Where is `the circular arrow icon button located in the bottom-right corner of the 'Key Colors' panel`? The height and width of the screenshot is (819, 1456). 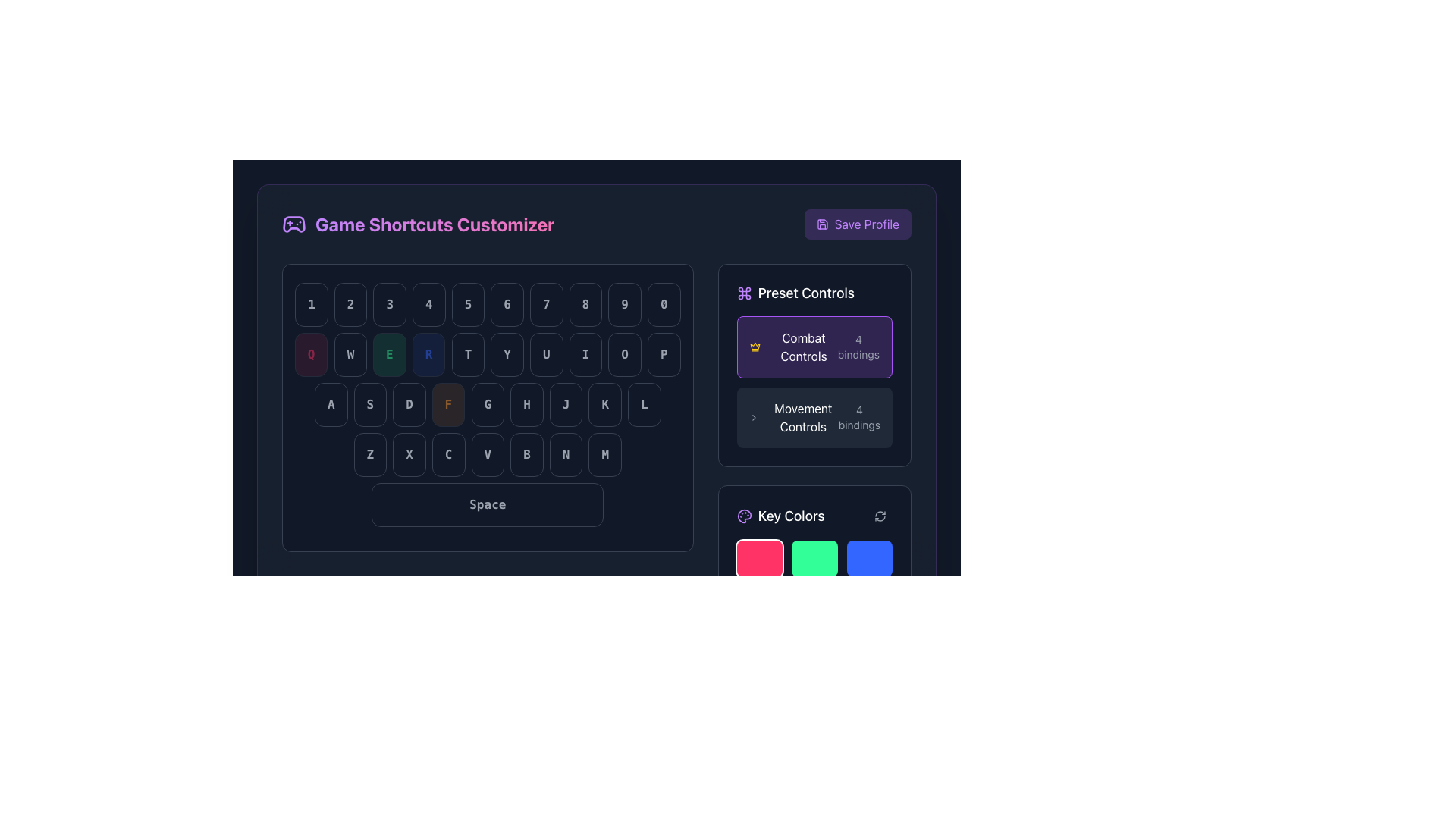 the circular arrow icon button located in the bottom-right corner of the 'Key Colors' panel is located at coordinates (880, 516).